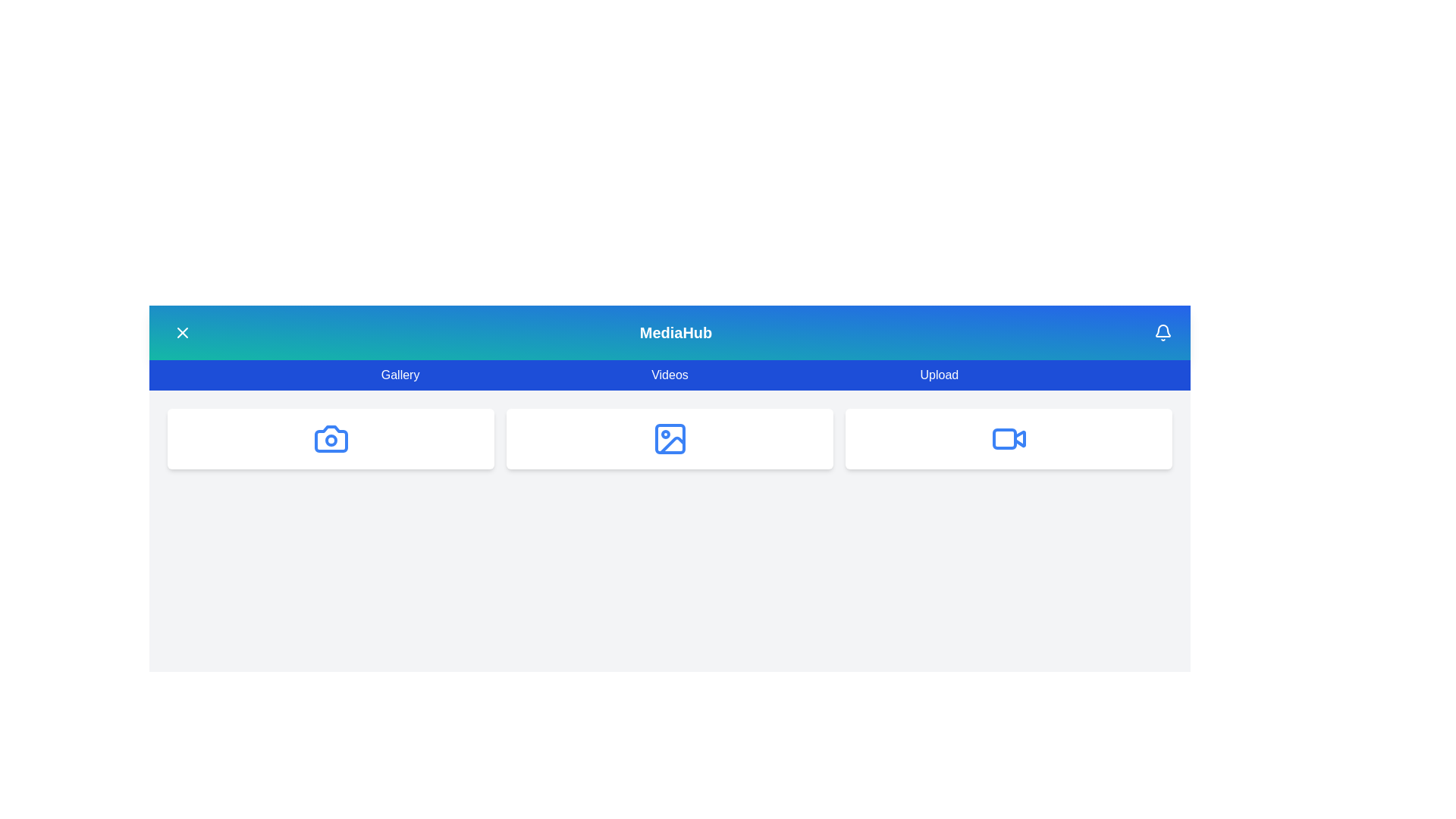  Describe the element at coordinates (938, 375) in the screenshot. I see `the 'Upload' link in the navigation bar` at that location.